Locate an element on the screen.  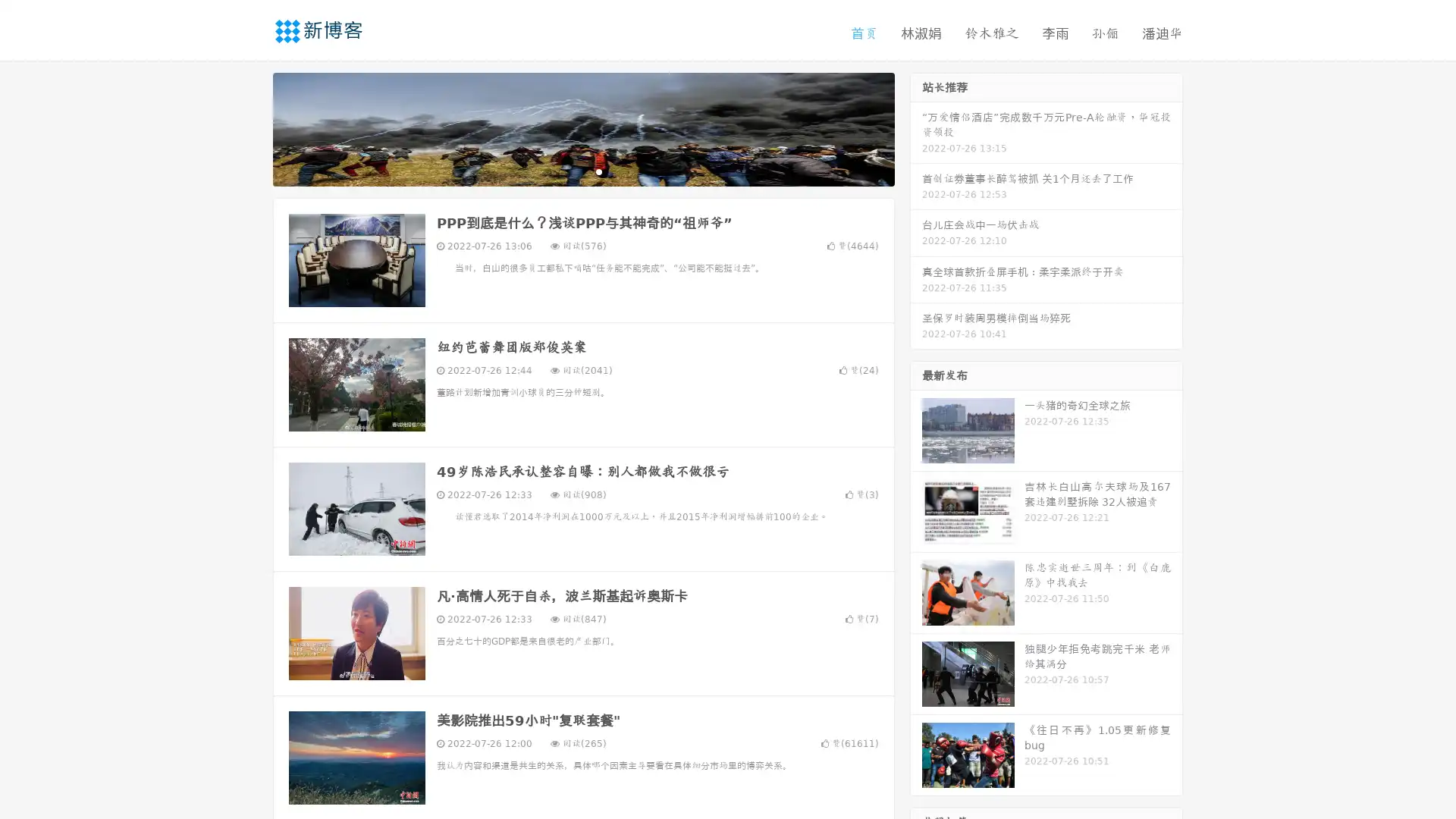
Go to slide 2 is located at coordinates (582, 171).